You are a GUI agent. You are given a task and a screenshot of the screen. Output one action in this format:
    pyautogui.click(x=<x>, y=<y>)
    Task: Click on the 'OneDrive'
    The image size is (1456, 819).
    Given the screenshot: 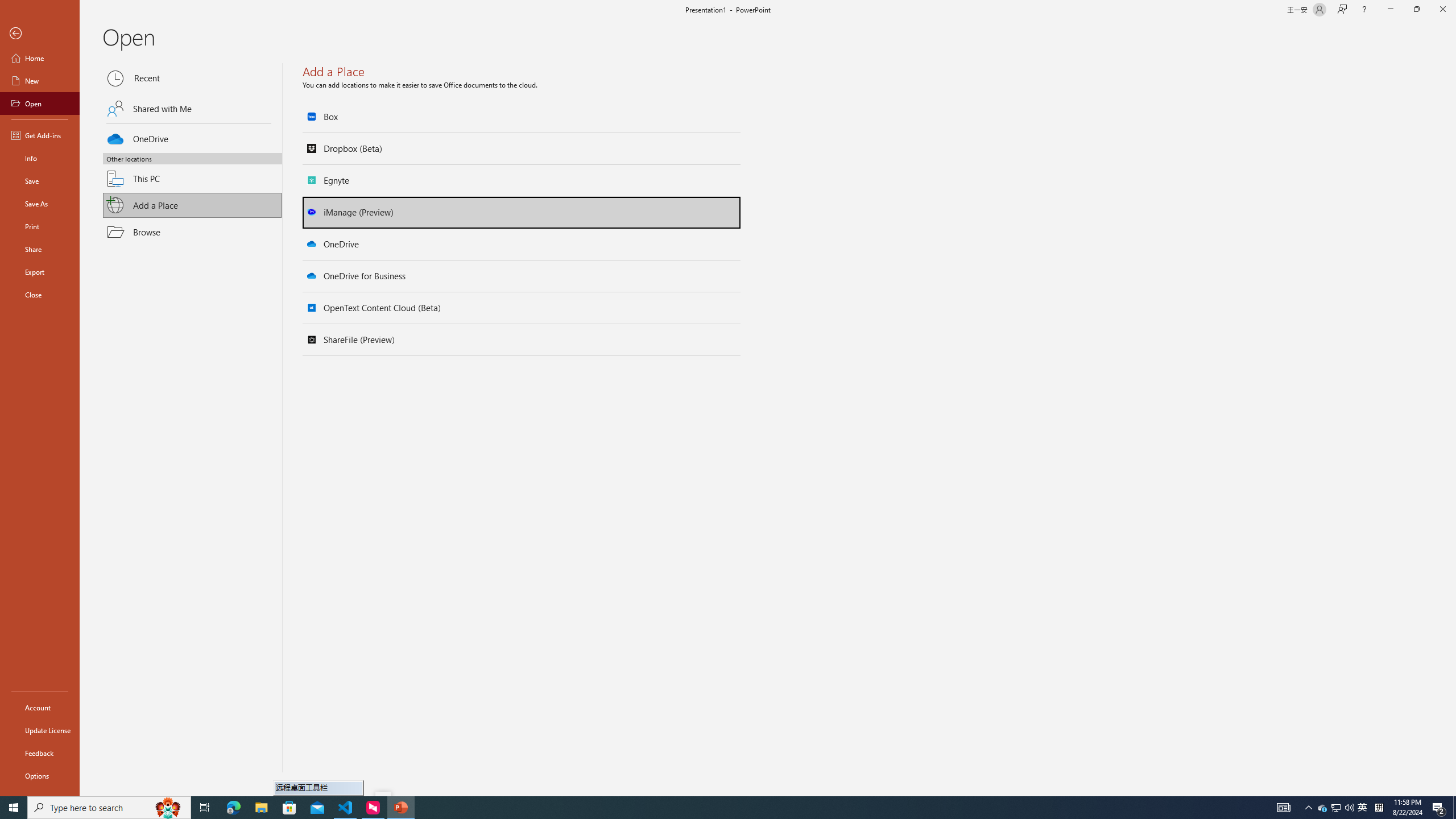 What is the action you would take?
    pyautogui.click(x=192, y=137)
    